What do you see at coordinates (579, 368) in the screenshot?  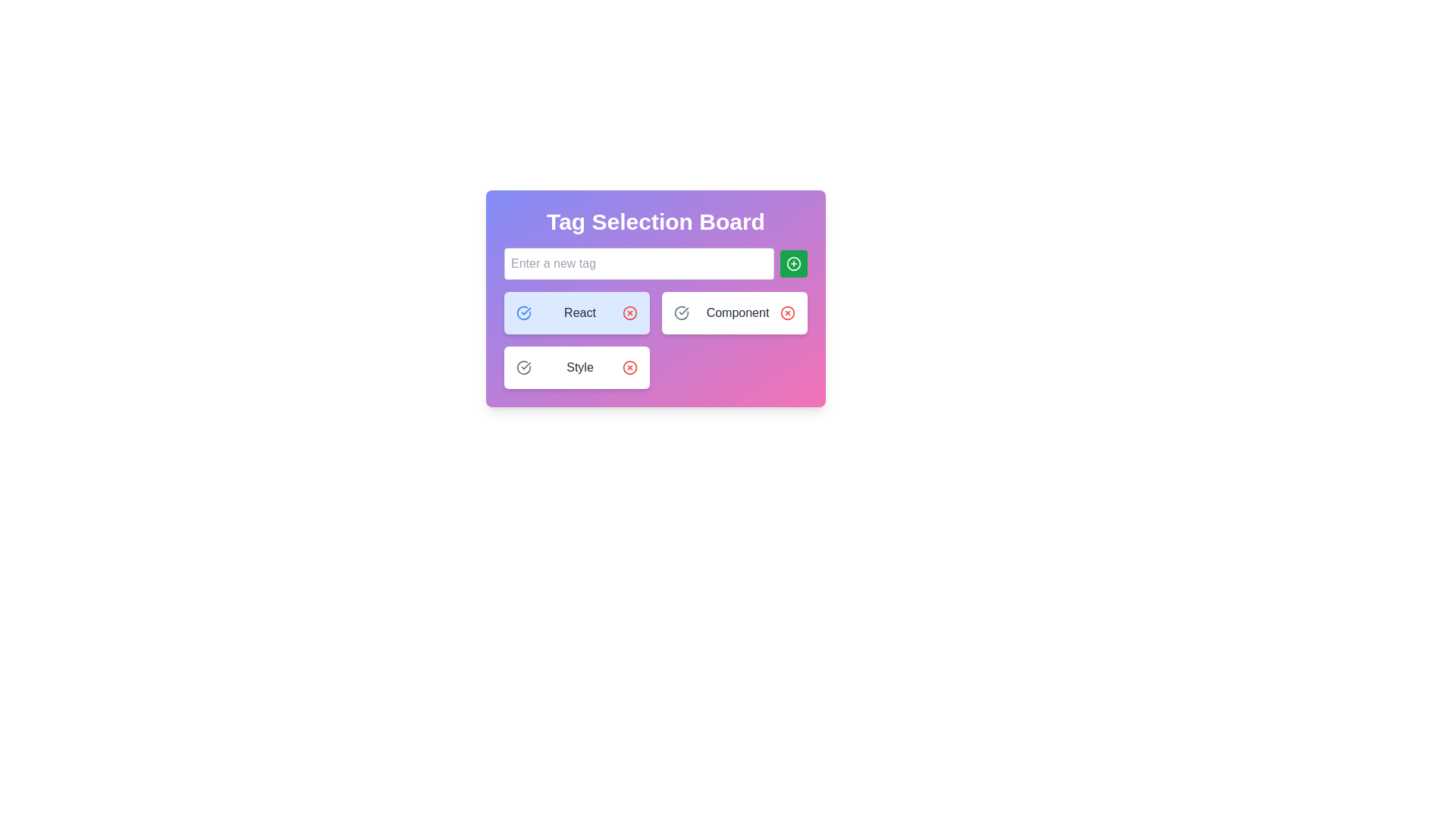 I see `the text label reading 'Style' which is centered within the 'Tag Selection Board' and surrounded by selection icons` at bounding box center [579, 368].